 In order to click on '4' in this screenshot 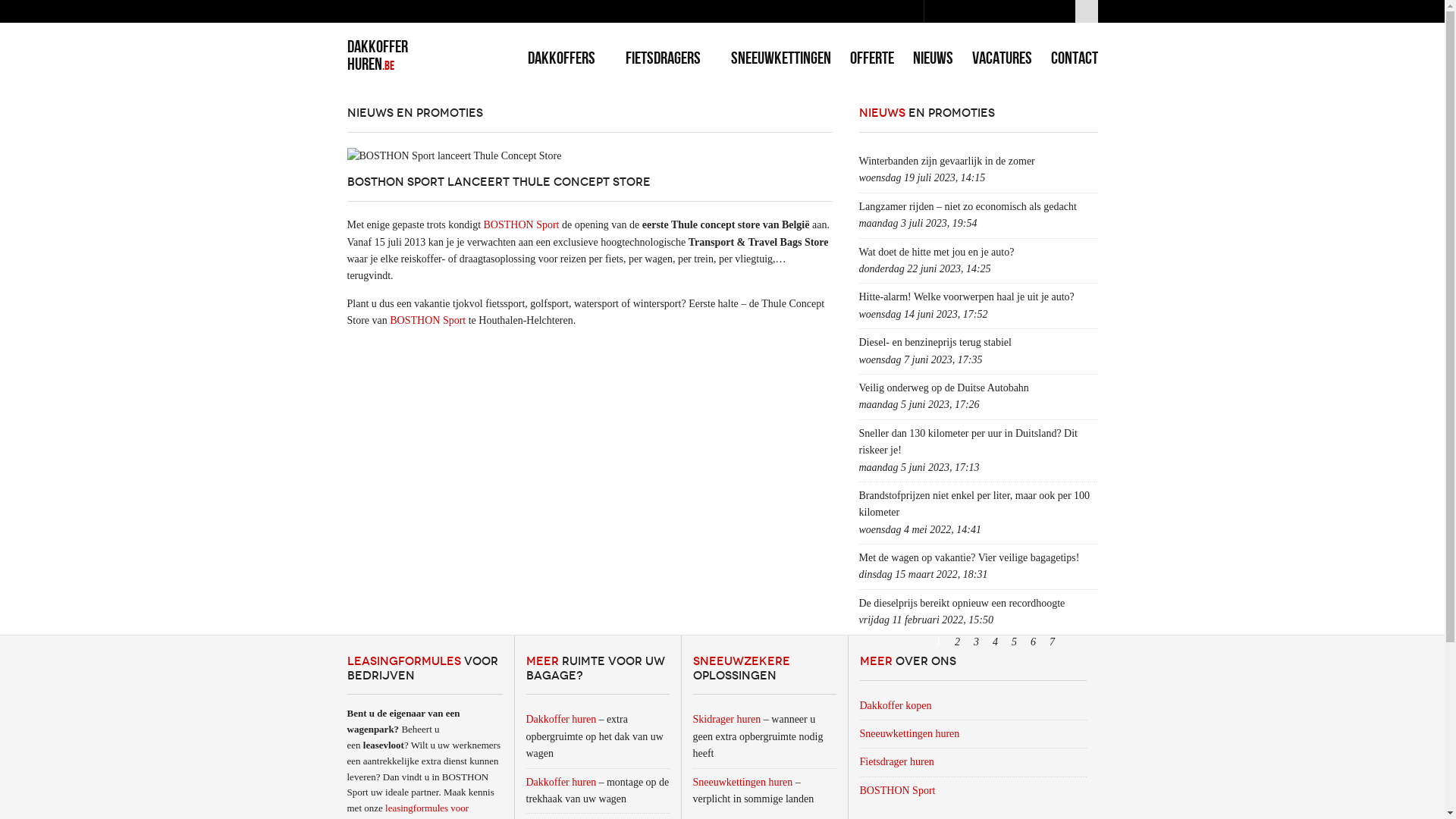, I will do `click(994, 642)`.